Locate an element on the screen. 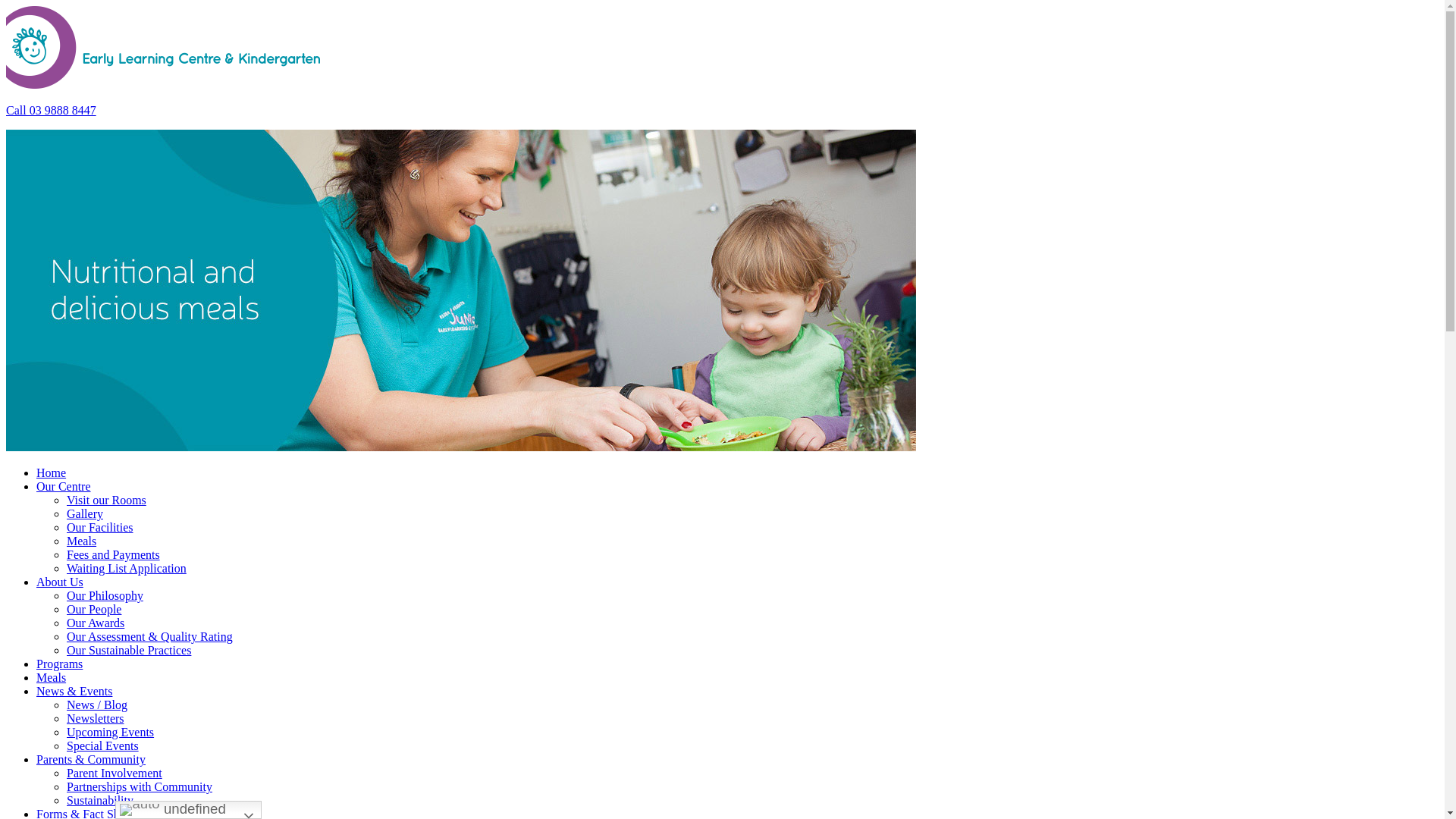 This screenshot has height=819, width=1456. 'Our People' is located at coordinates (93, 608).